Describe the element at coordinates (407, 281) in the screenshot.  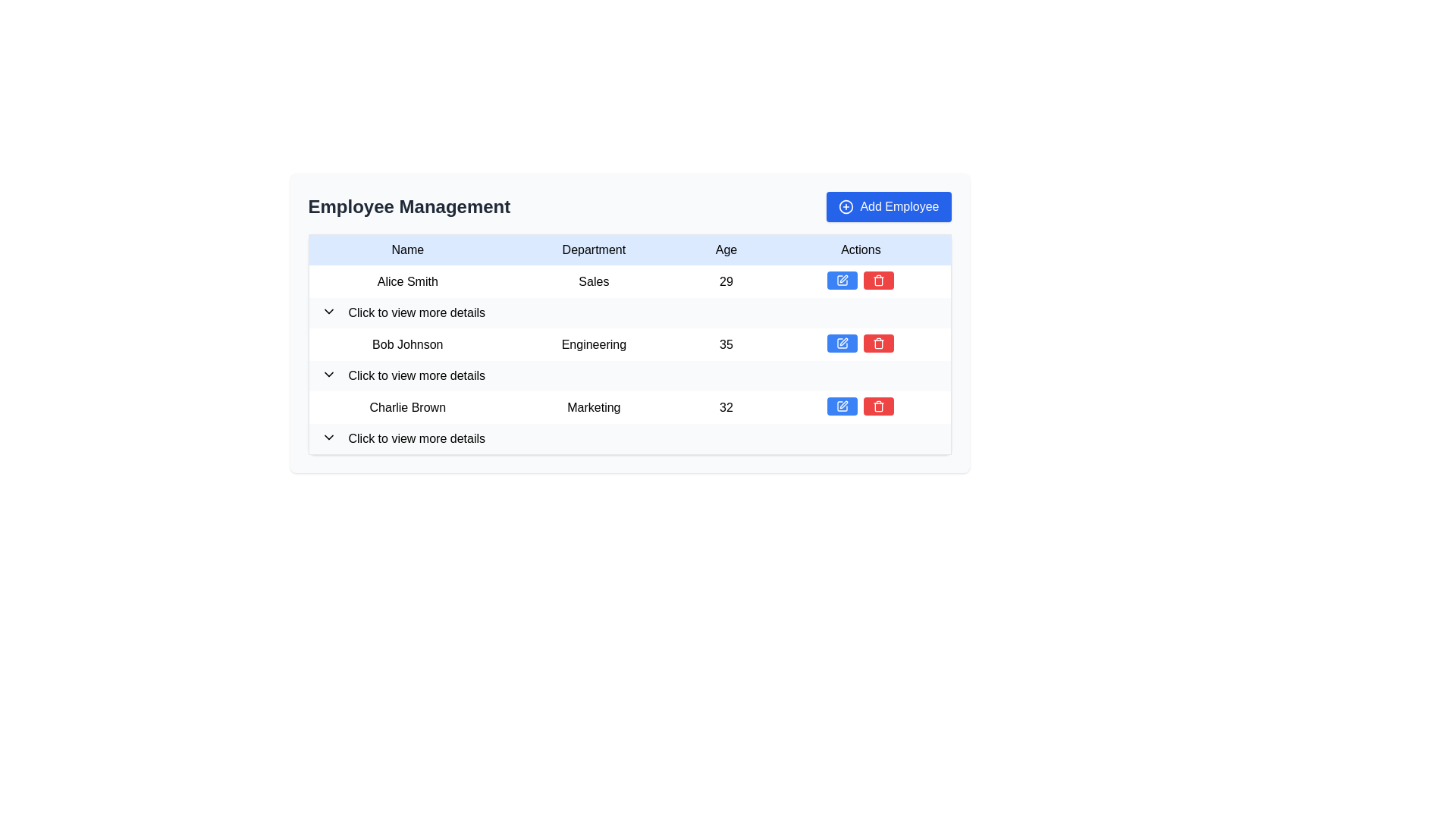
I see `the text label representing the name of the employee in the first row of the employee management table under the 'Name' column` at that location.